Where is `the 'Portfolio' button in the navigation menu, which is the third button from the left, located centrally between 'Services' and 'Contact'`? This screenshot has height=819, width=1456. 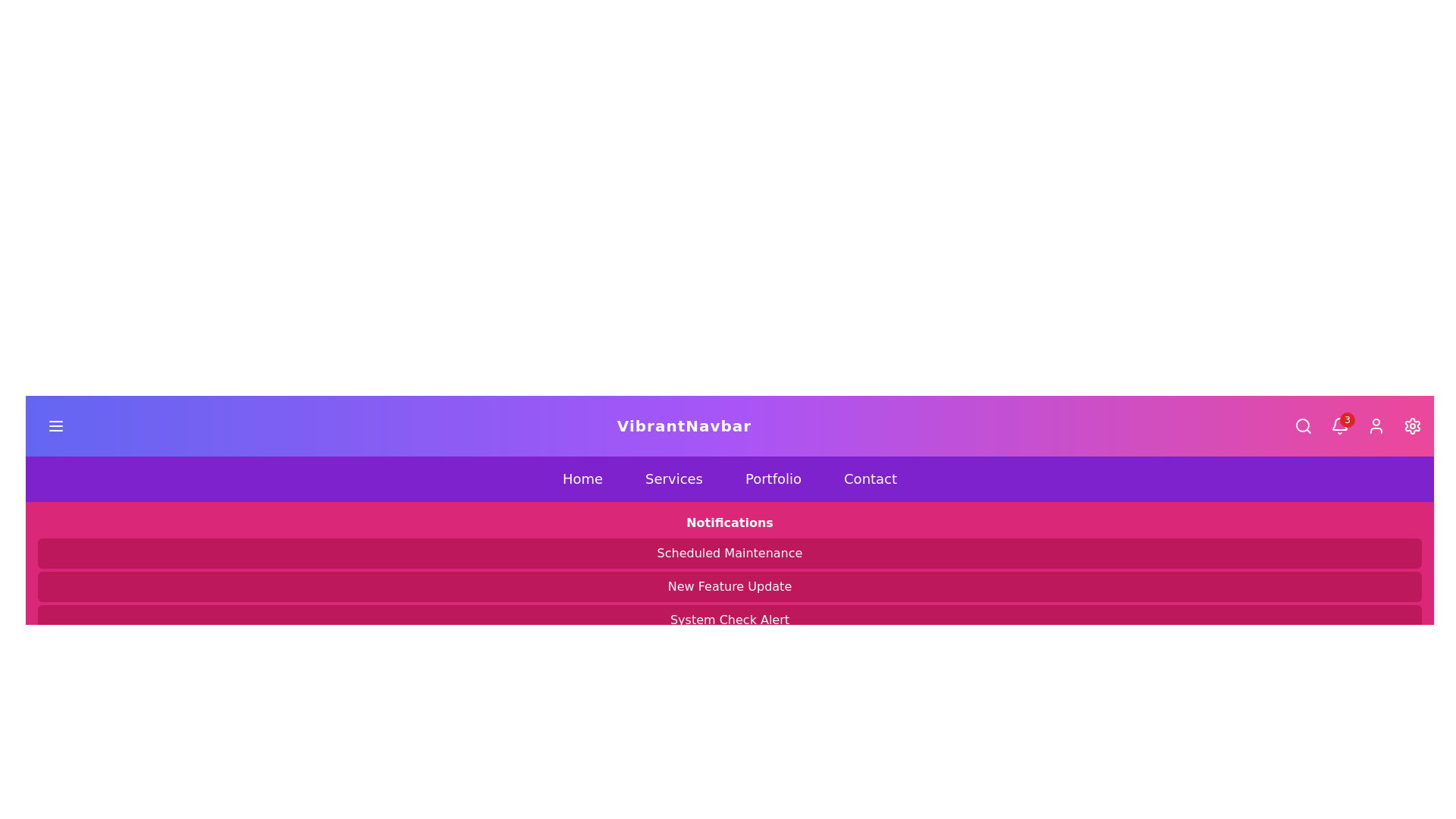 the 'Portfolio' button in the navigation menu, which is the third button from the left, located centrally between 'Services' and 'Contact' is located at coordinates (773, 479).